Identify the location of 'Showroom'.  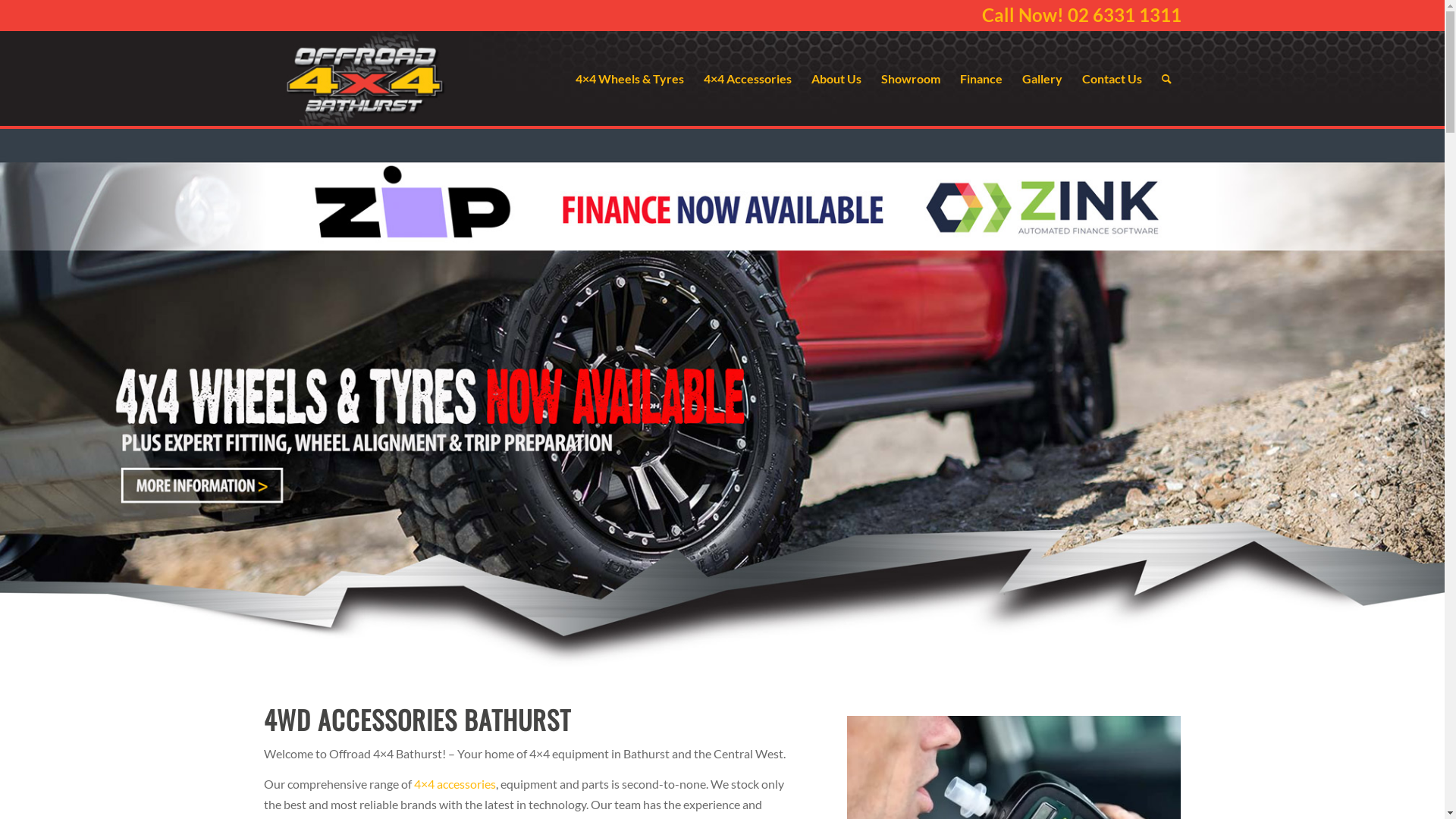
(910, 78).